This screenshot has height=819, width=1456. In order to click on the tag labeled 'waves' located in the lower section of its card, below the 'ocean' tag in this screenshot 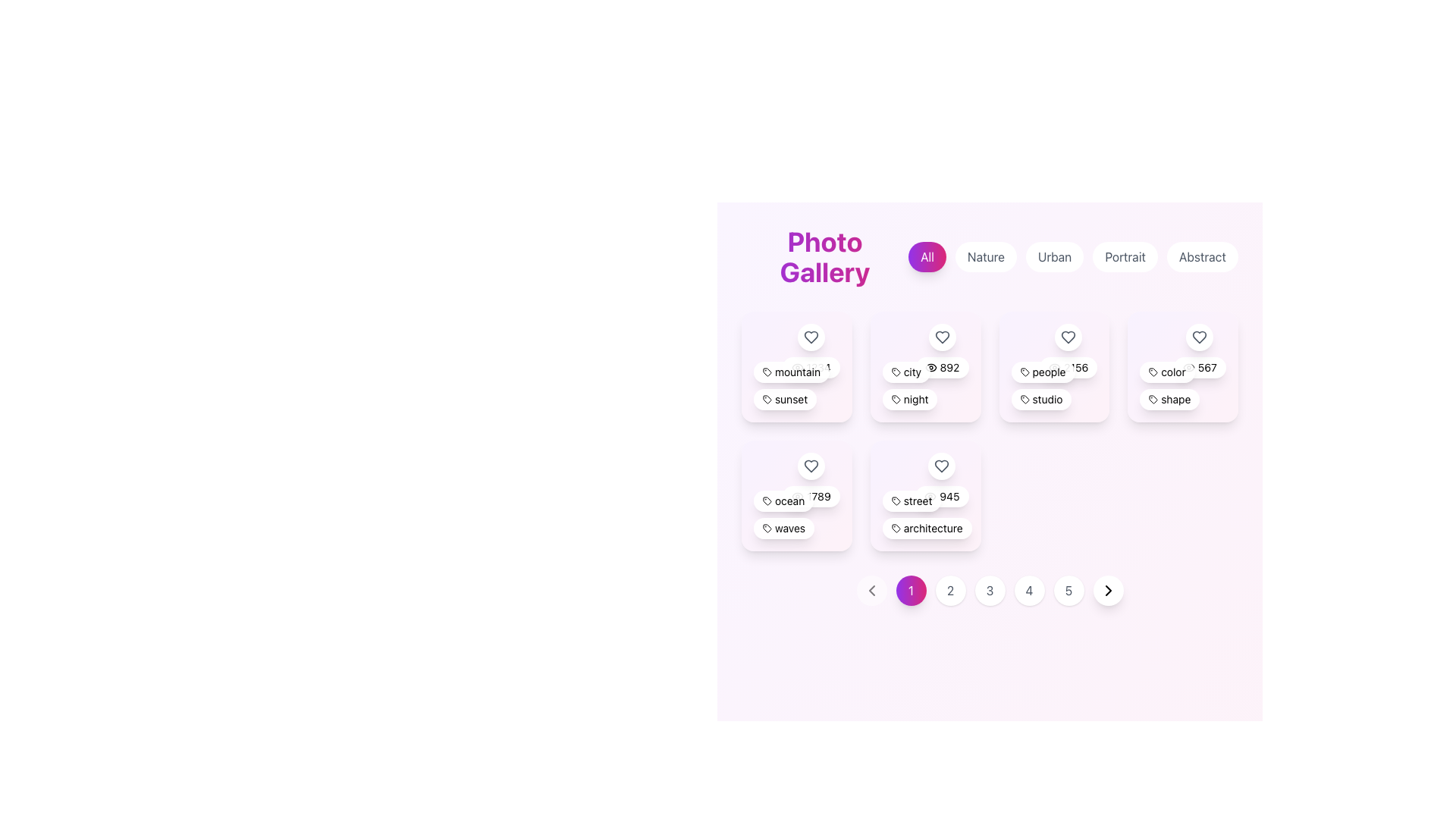, I will do `click(783, 527)`.